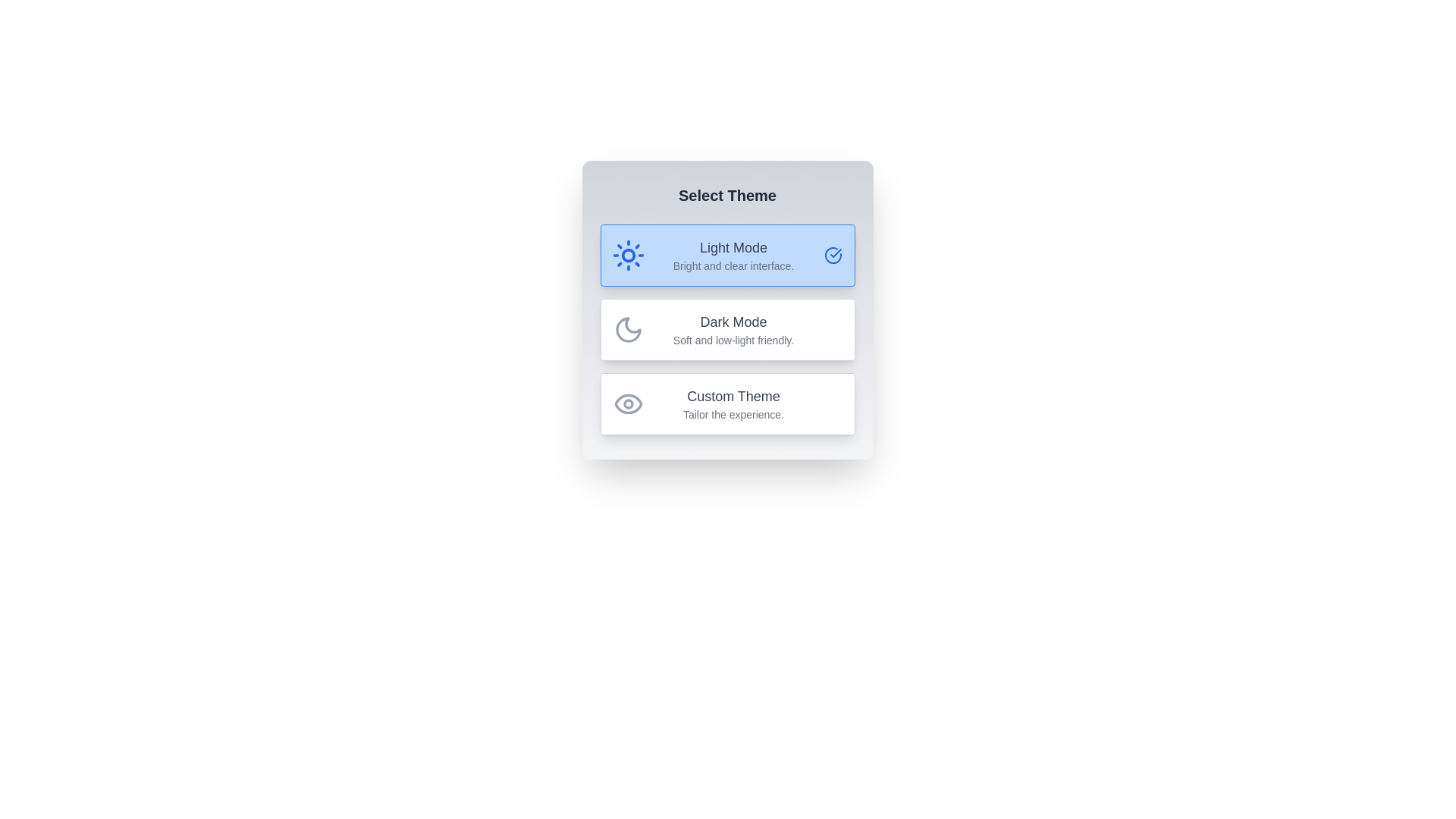 The image size is (1456, 819). I want to click on 'Dark Mode' text label in the 'Select Theme' interface, which provides information about the dark mode theme option, so click(733, 329).